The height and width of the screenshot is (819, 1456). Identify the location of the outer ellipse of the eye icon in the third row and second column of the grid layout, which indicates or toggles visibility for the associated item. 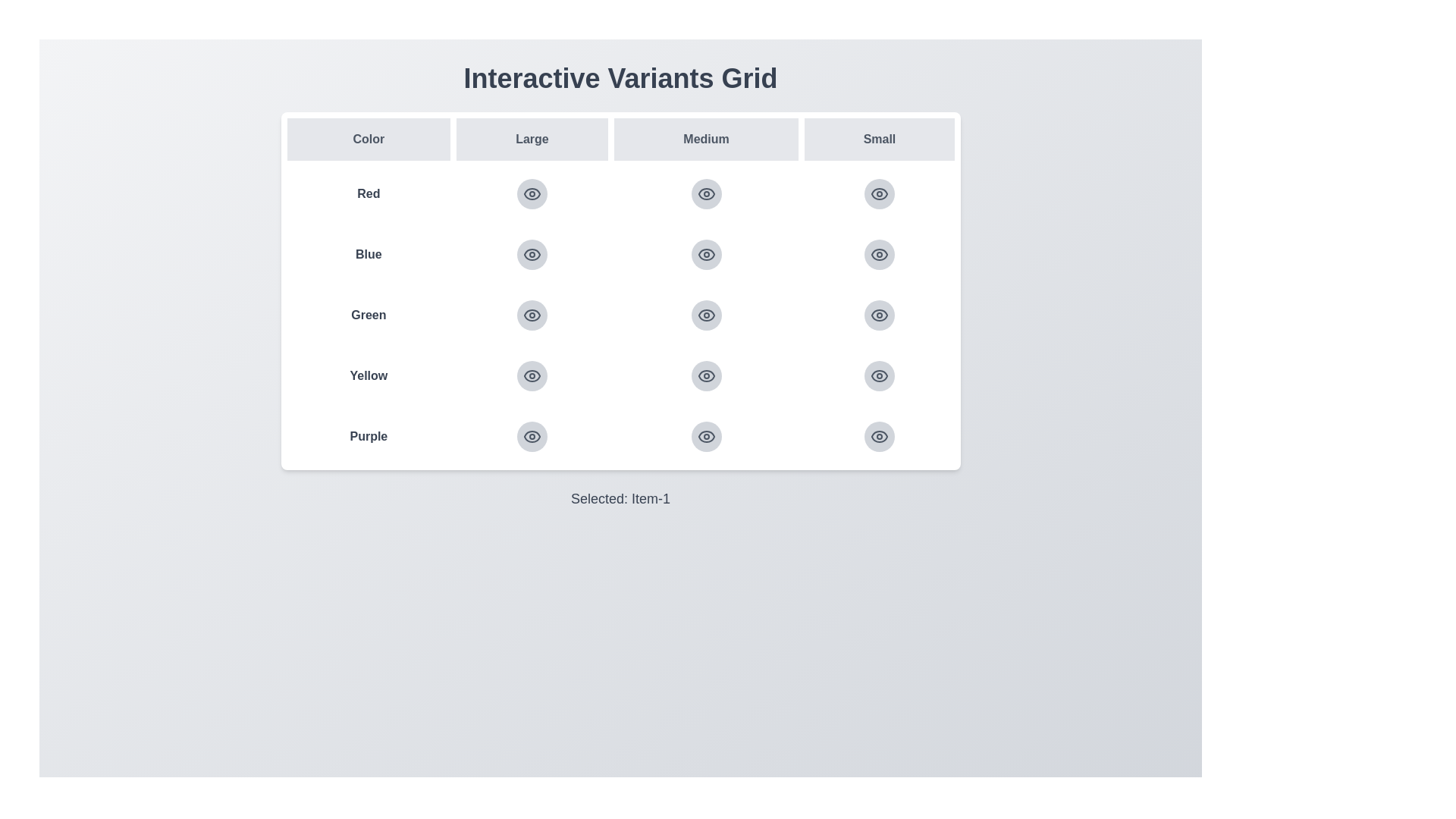
(705, 253).